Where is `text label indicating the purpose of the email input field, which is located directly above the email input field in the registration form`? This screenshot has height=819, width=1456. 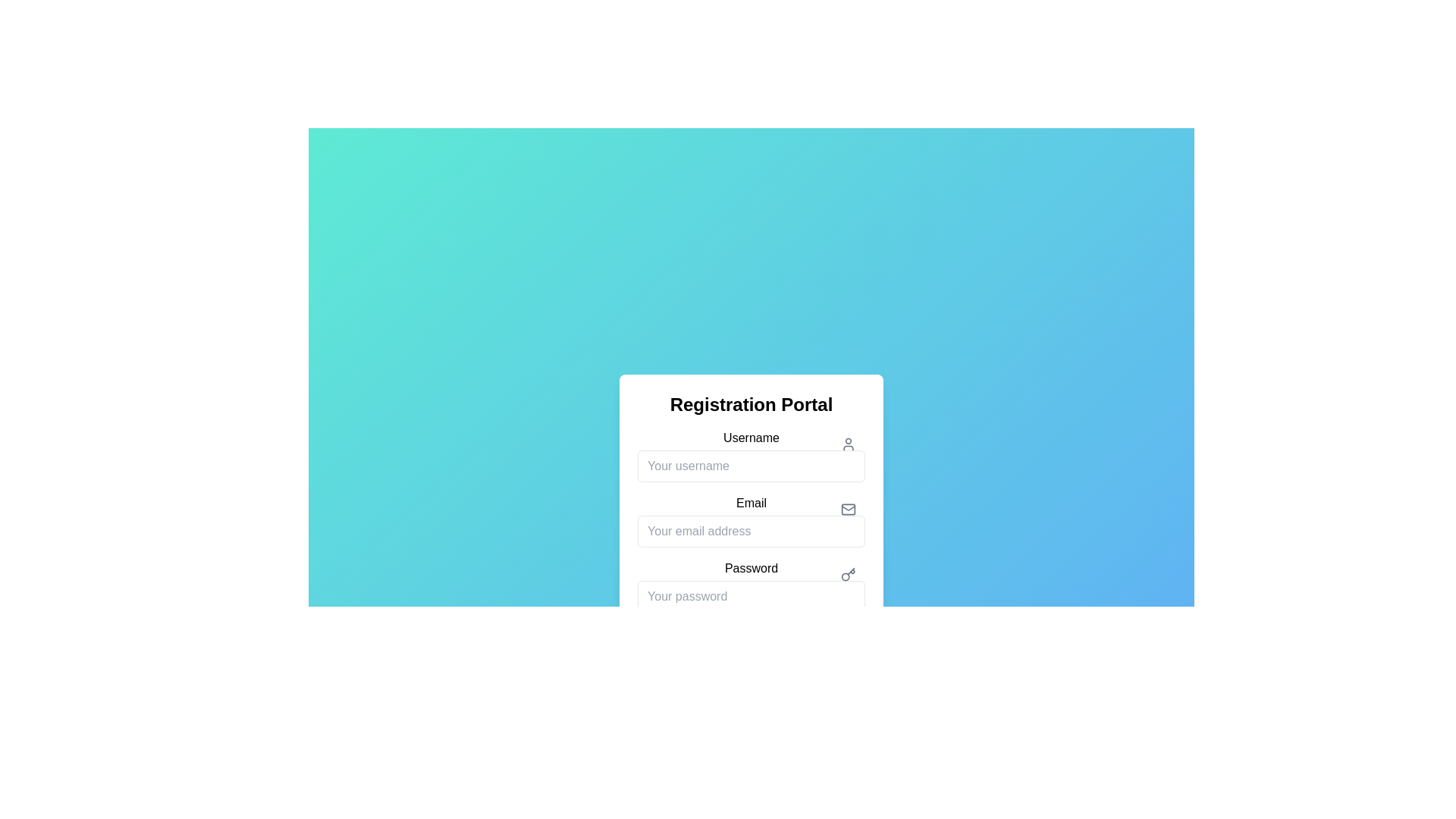
text label indicating the purpose of the email input field, which is located directly above the email input field in the registration form is located at coordinates (751, 503).